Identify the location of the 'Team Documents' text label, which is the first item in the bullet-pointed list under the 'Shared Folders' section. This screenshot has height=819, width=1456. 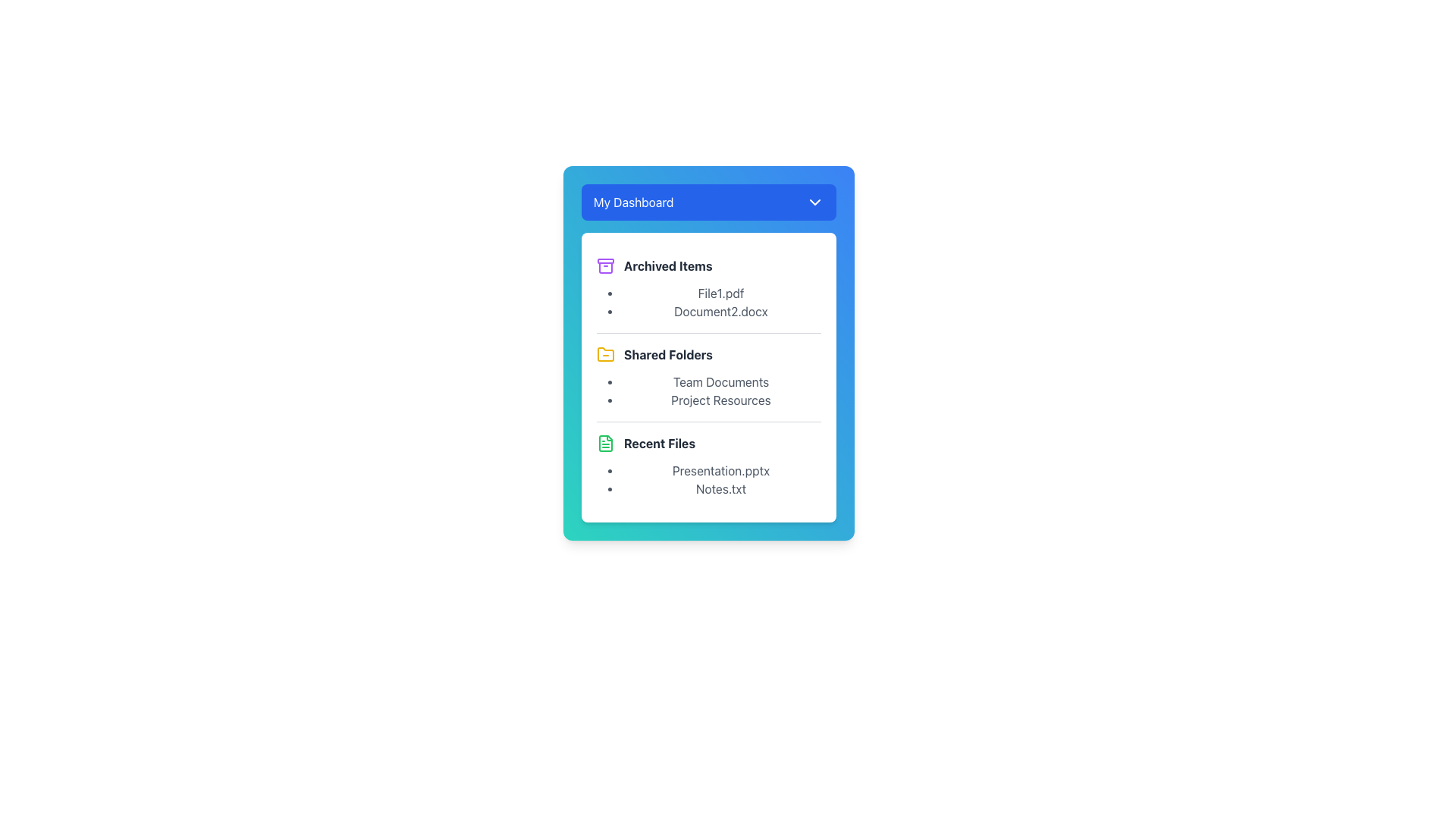
(720, 381).